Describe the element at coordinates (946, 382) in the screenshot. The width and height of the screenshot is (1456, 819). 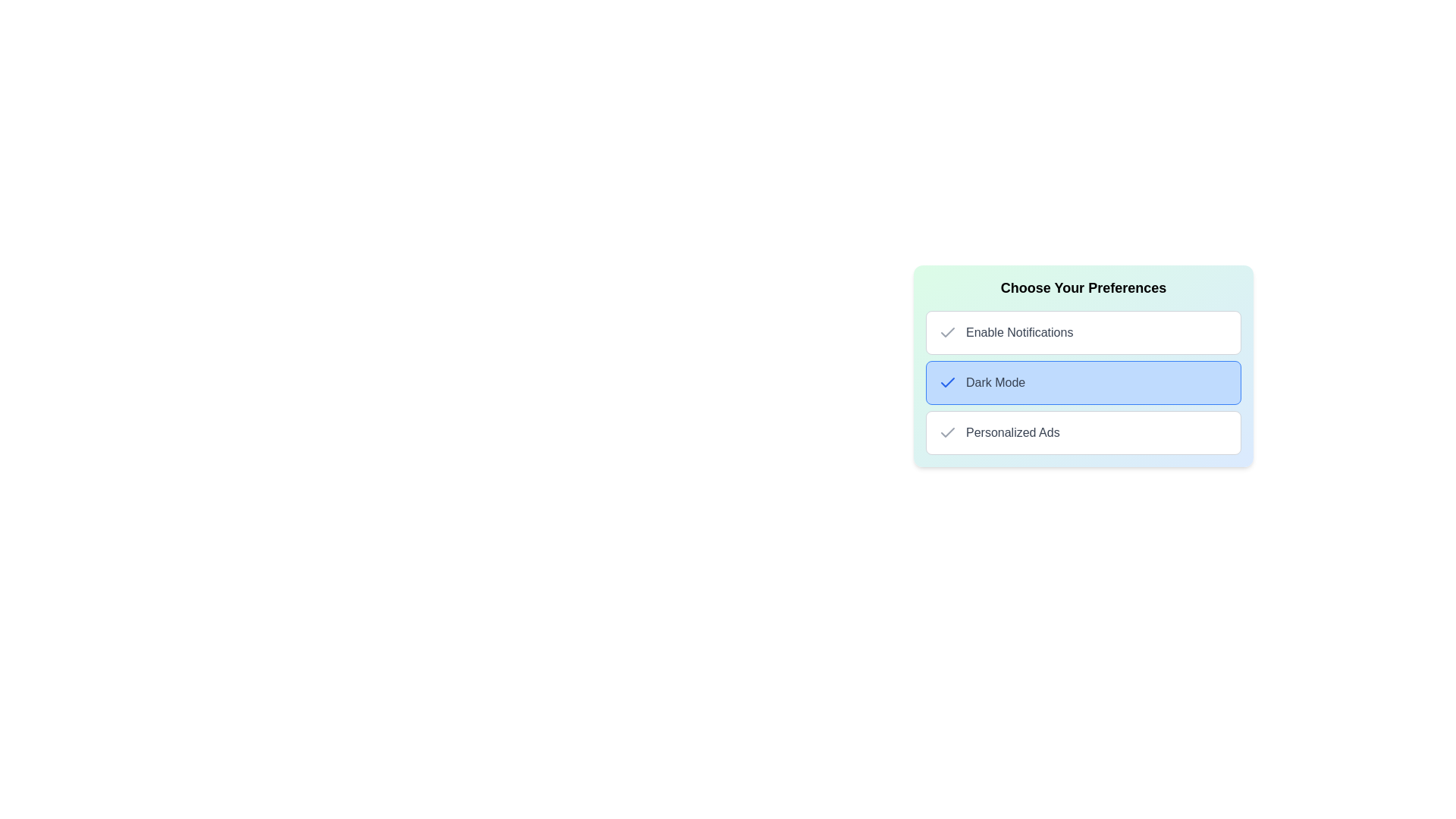
I see `small blue checkmark icon that appears before the 'Dark Mode' option in the list of preferences` at that location.